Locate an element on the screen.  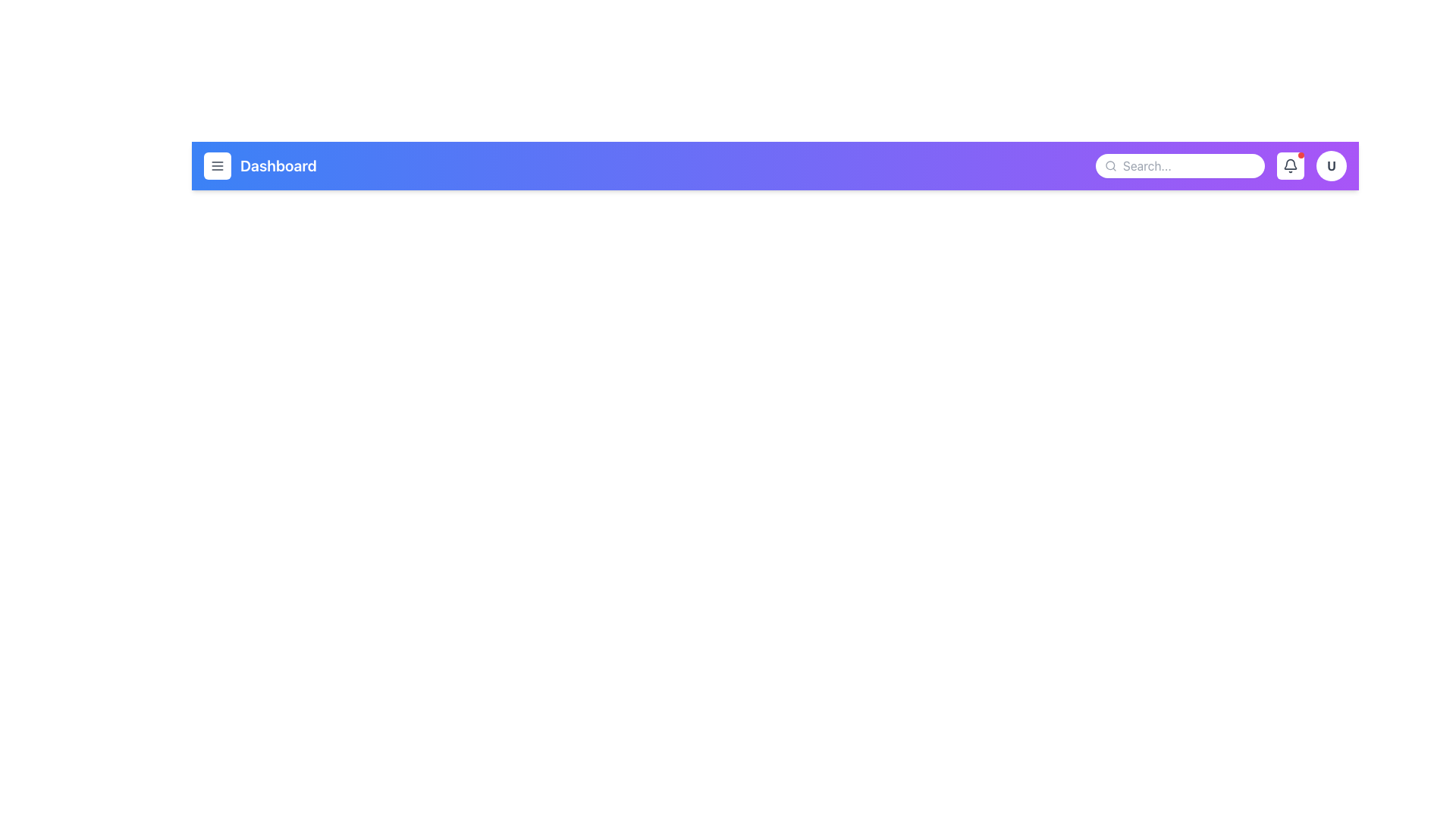
on the circular Avatar or Profile Placeholder located on the right edge of the top navigation bar, which features a bold 'U' in the center is located at coordinates (1331, 166).